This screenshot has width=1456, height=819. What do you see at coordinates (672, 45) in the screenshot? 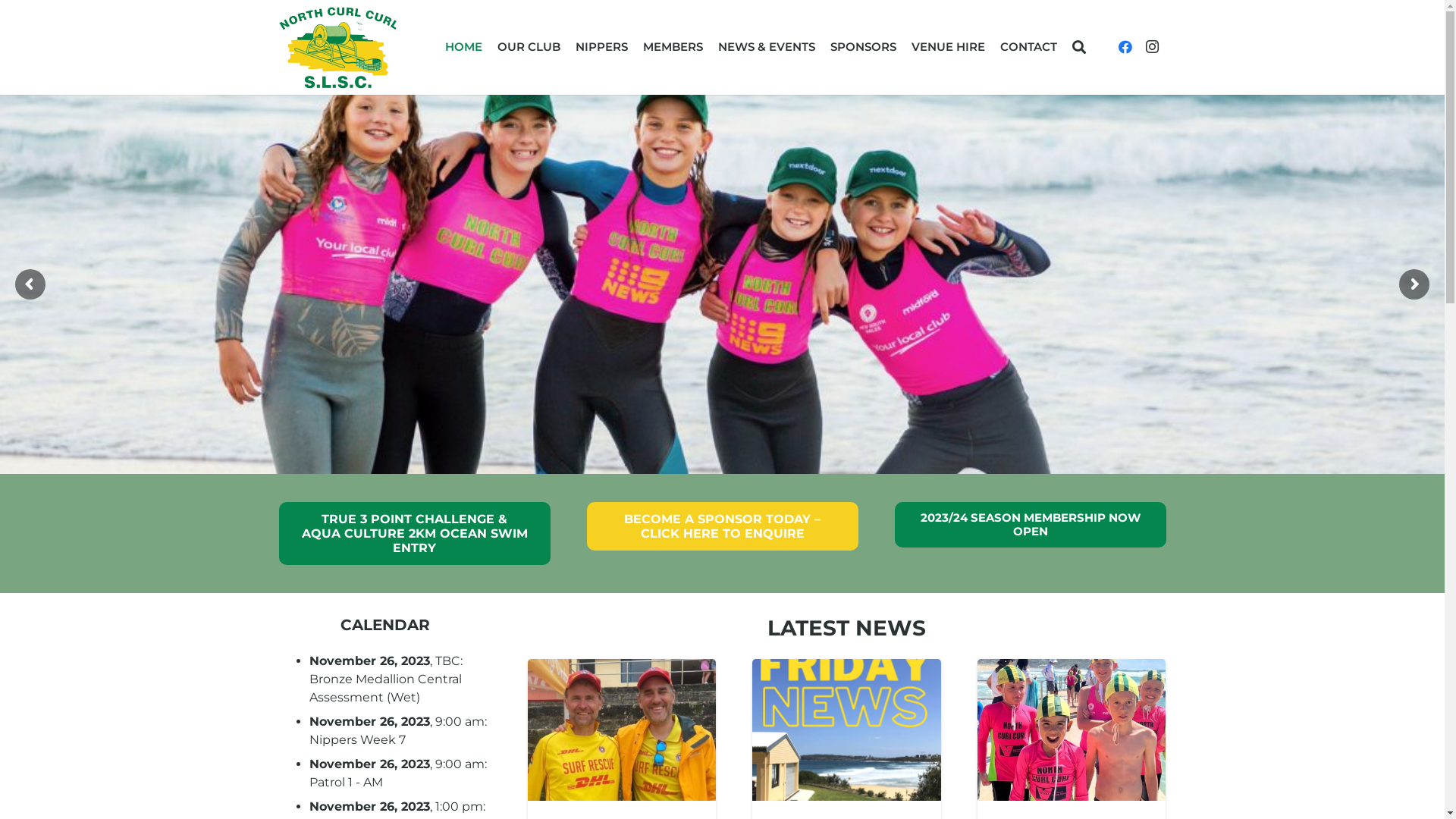
I see `'MEMBERS'` at bounding box center [672, 45].